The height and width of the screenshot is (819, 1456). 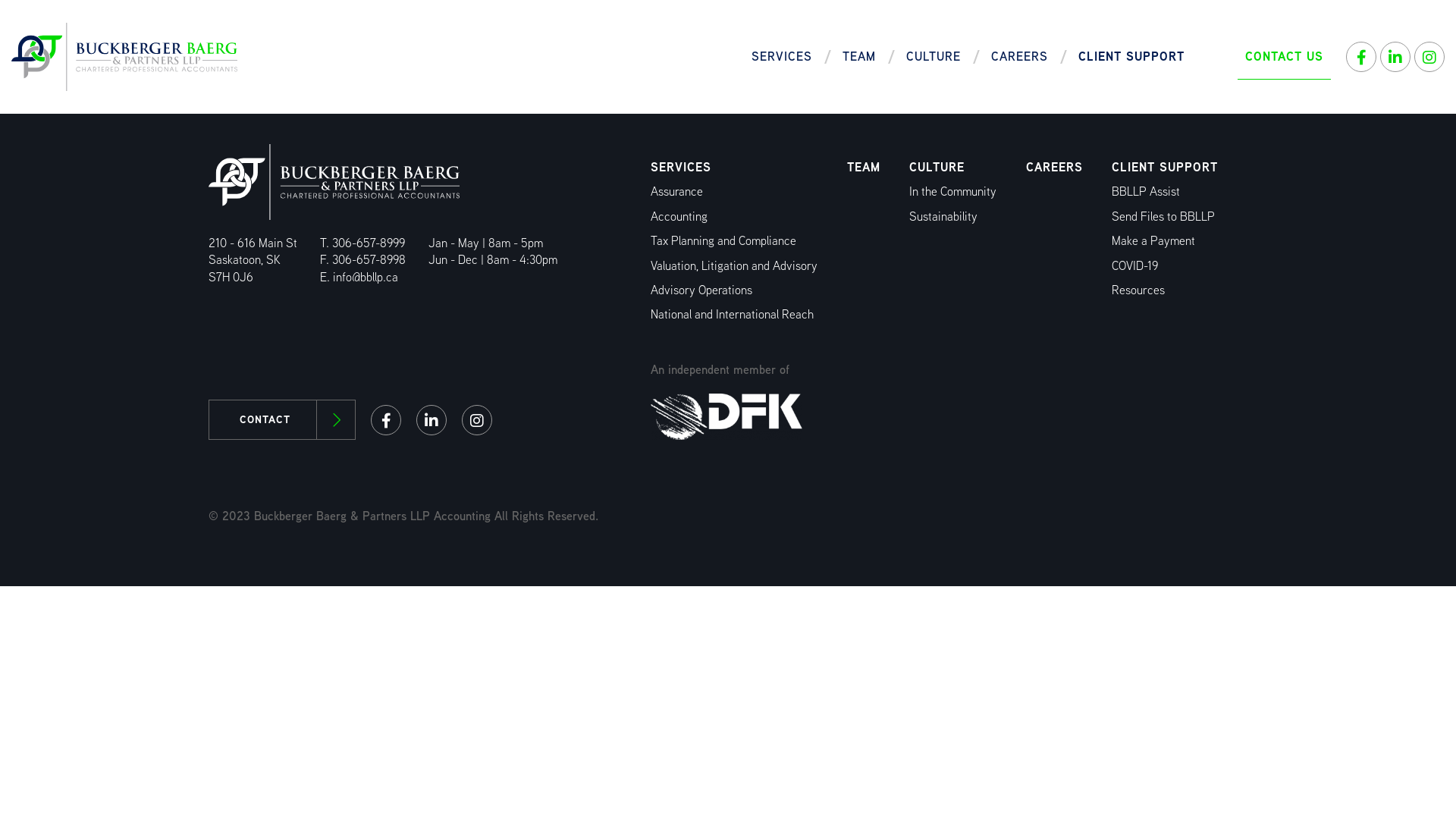 I want to click on '306-657-8998', so click(x=369, y=259).